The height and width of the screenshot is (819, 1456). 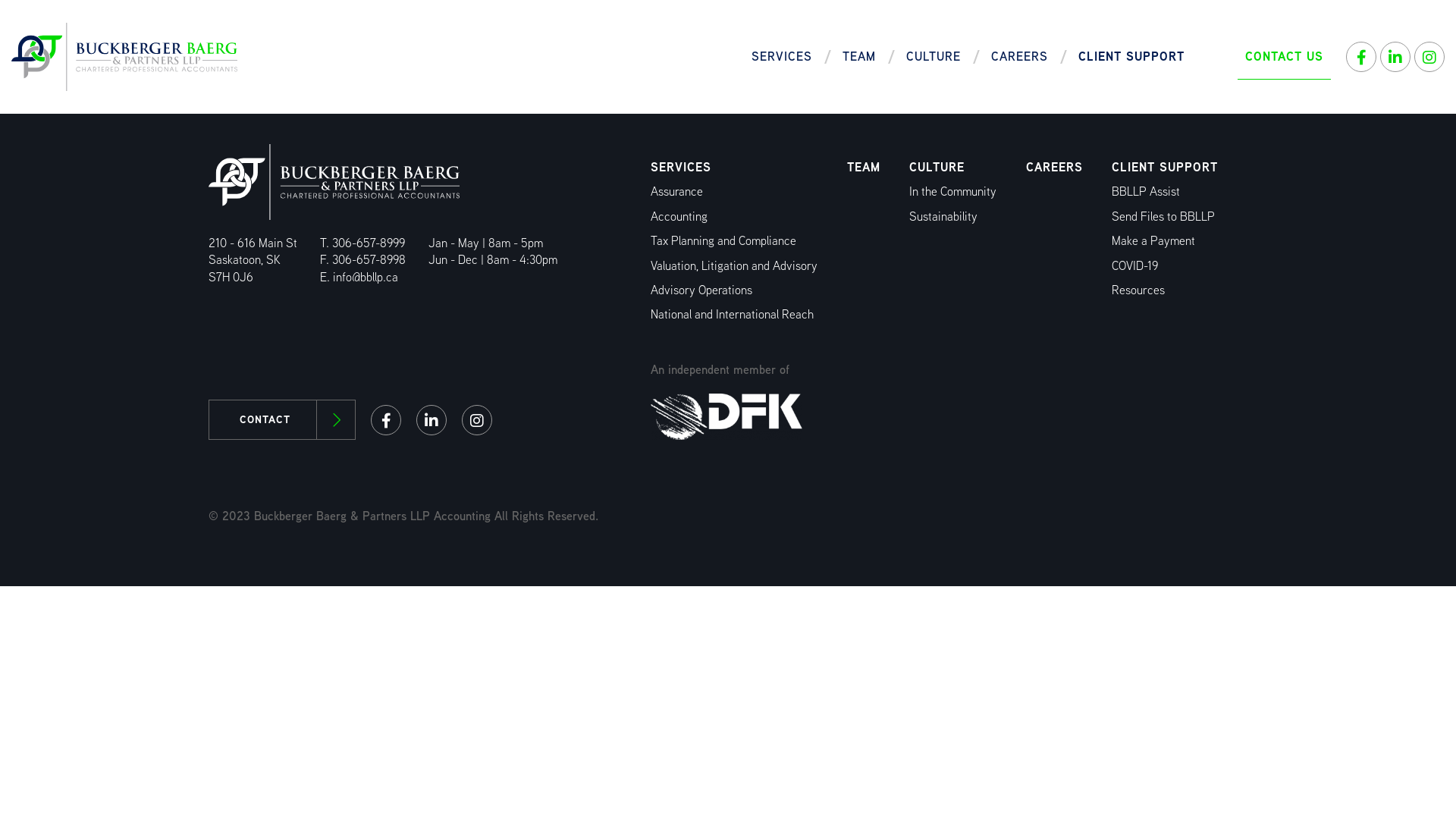 I want to click on '306-657-8998', so click(x=369, y=259).